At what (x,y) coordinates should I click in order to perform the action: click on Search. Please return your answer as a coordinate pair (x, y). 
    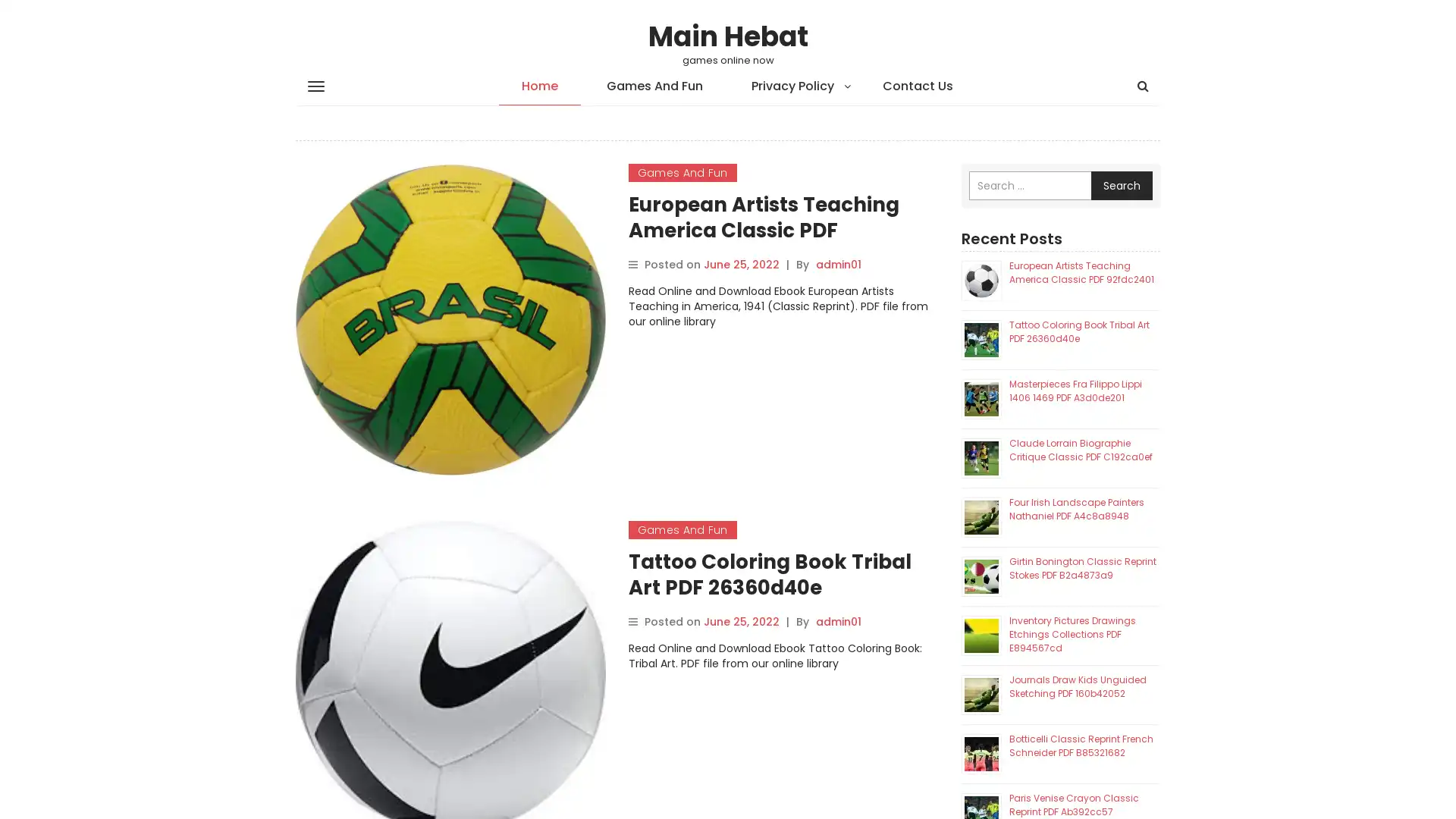
    Looking at the image, I should click on (1122, 185).